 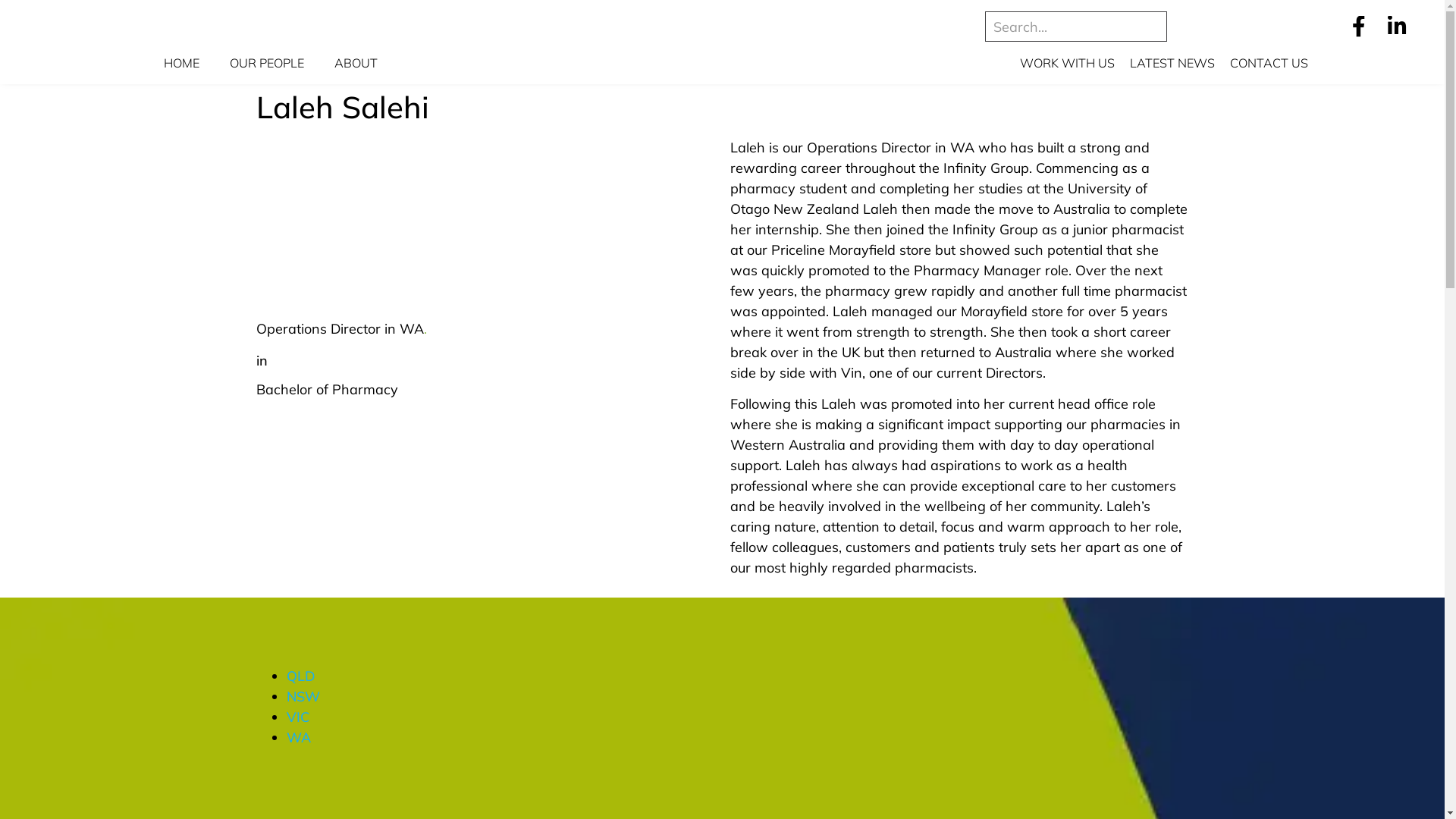 What do you see at coordinates (164, 62) in the screenshot?
I see `'HOME'` at bounding box center [164, 62].